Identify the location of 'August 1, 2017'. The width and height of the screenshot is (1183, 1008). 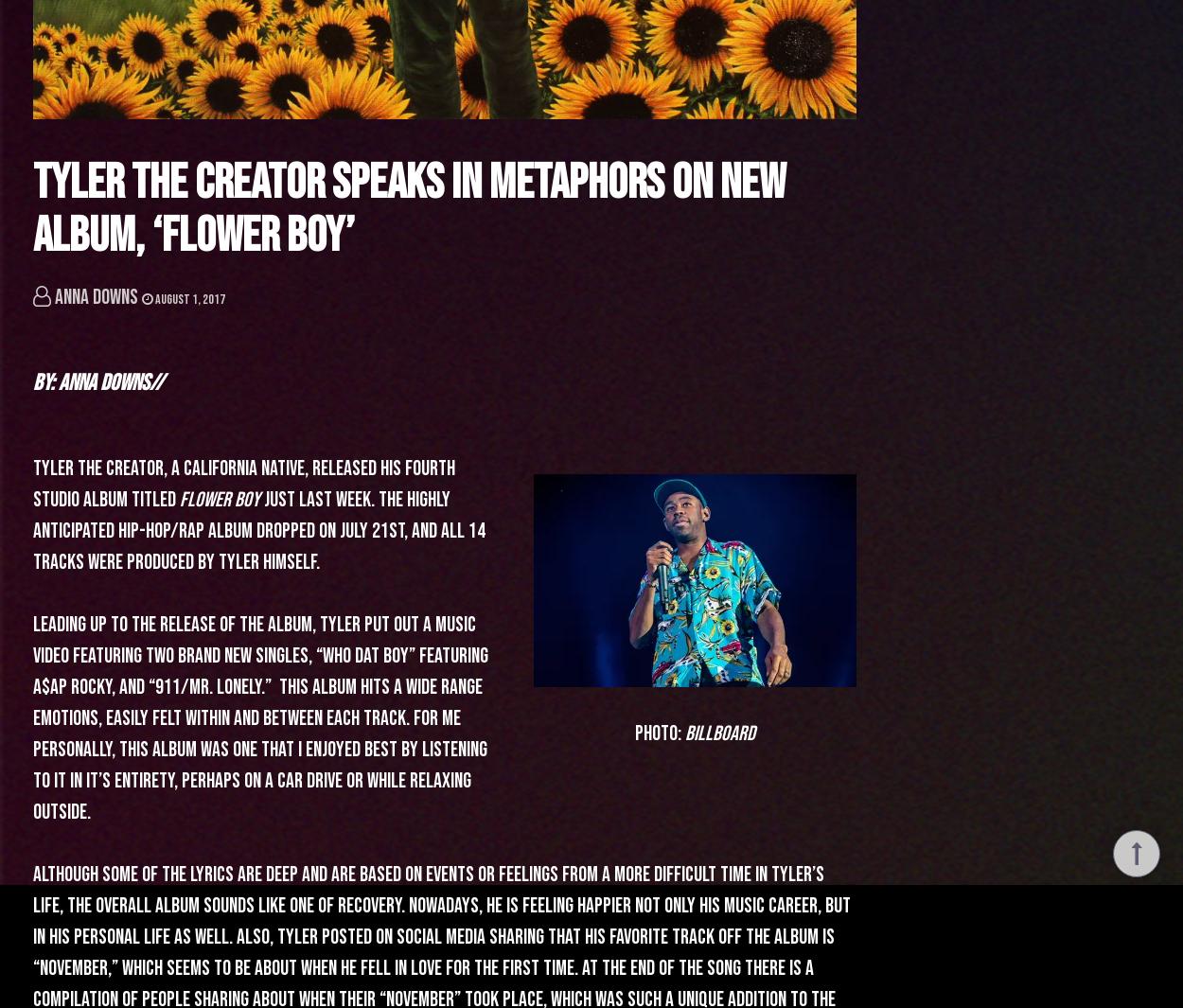
(188, 298).